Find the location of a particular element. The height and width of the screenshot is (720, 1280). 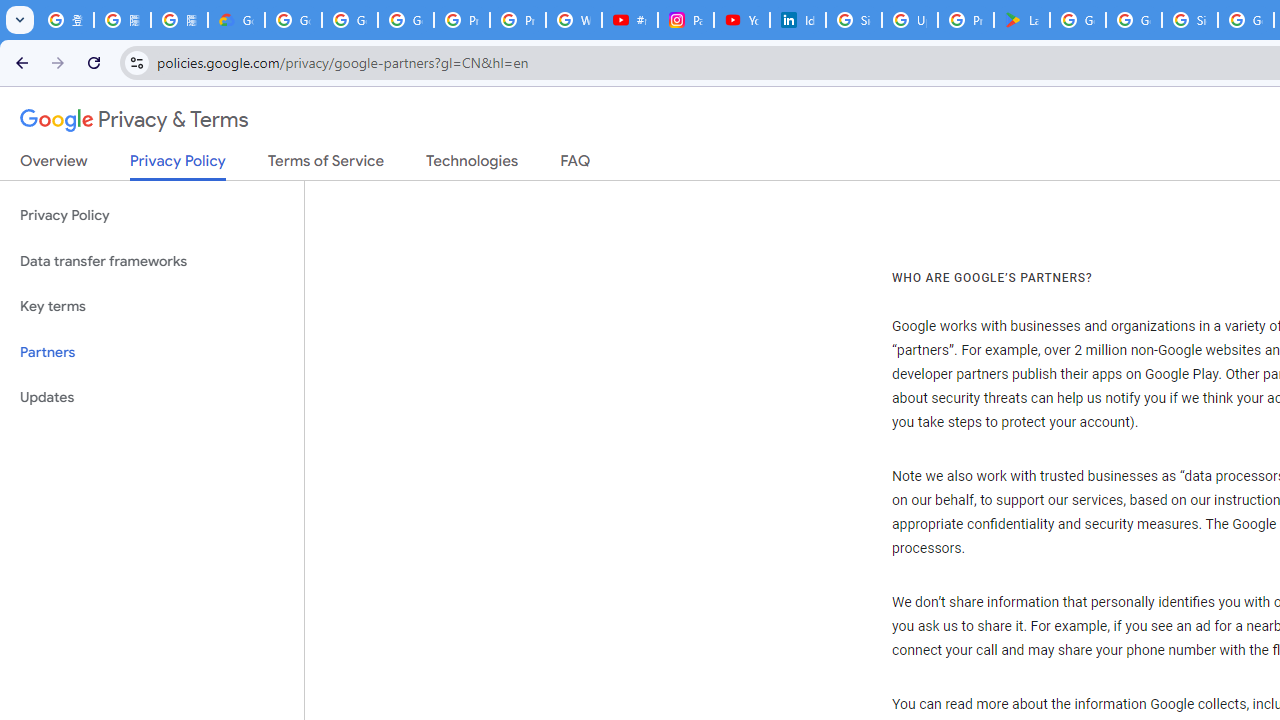

'Privacy & Terms' is located at coordinates (134, 120).